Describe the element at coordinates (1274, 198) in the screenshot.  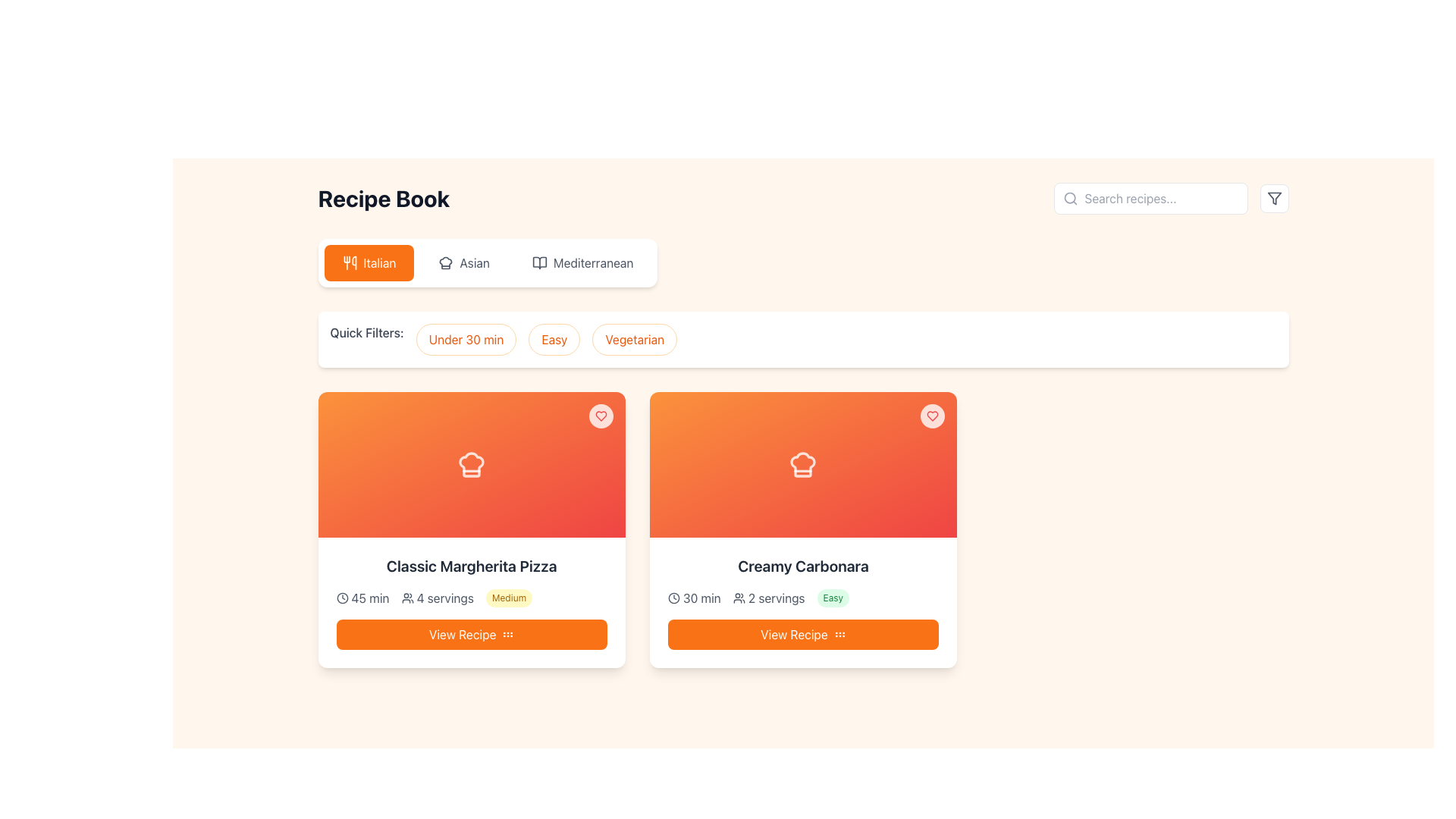
I see `the small gray filter icon resembling an inverted triangle located in the top-right corner adjacent to the search bar` at that location.